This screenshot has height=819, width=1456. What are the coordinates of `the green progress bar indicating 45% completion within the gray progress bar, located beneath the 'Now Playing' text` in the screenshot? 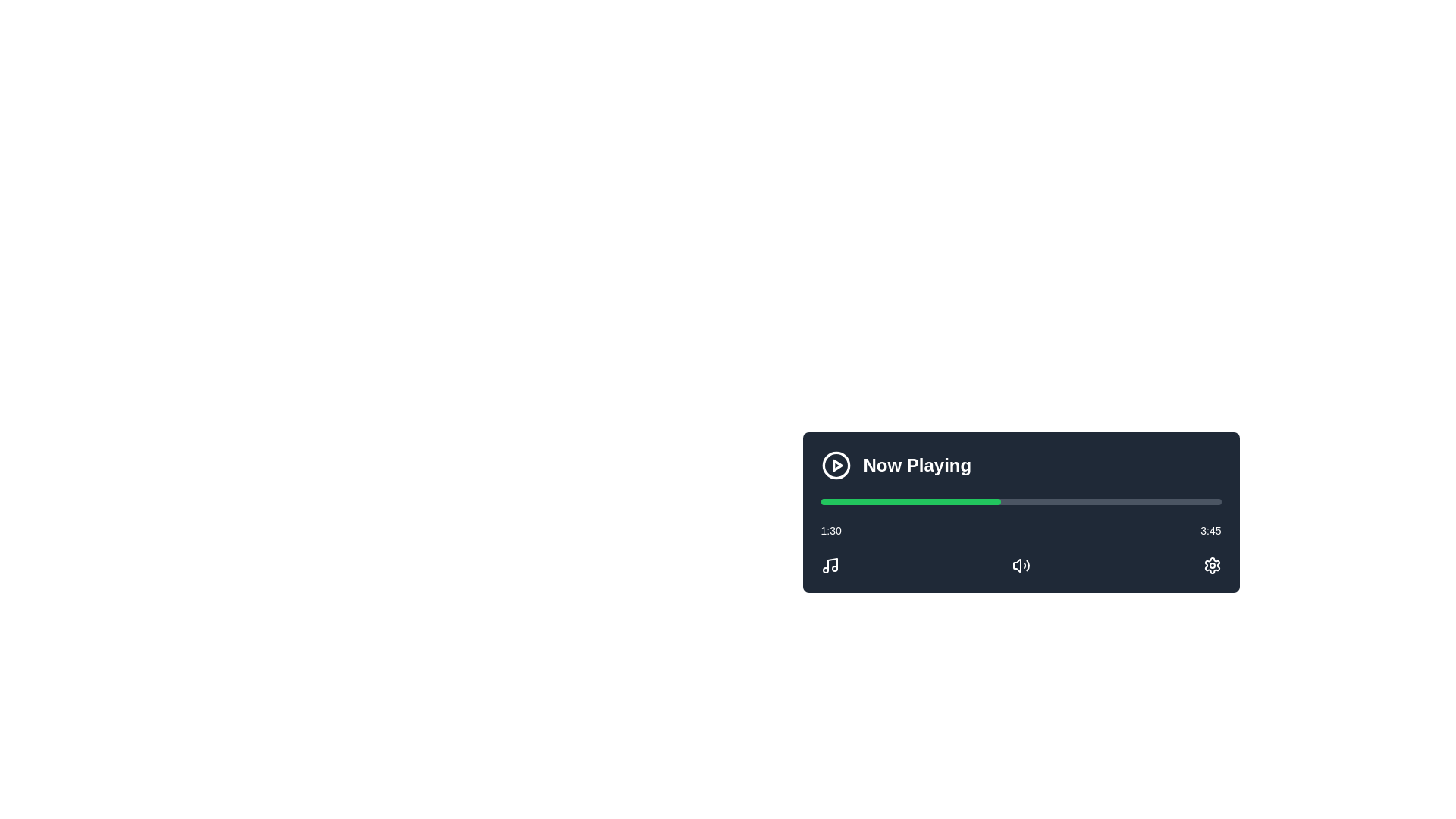 It's located at (910, 502).